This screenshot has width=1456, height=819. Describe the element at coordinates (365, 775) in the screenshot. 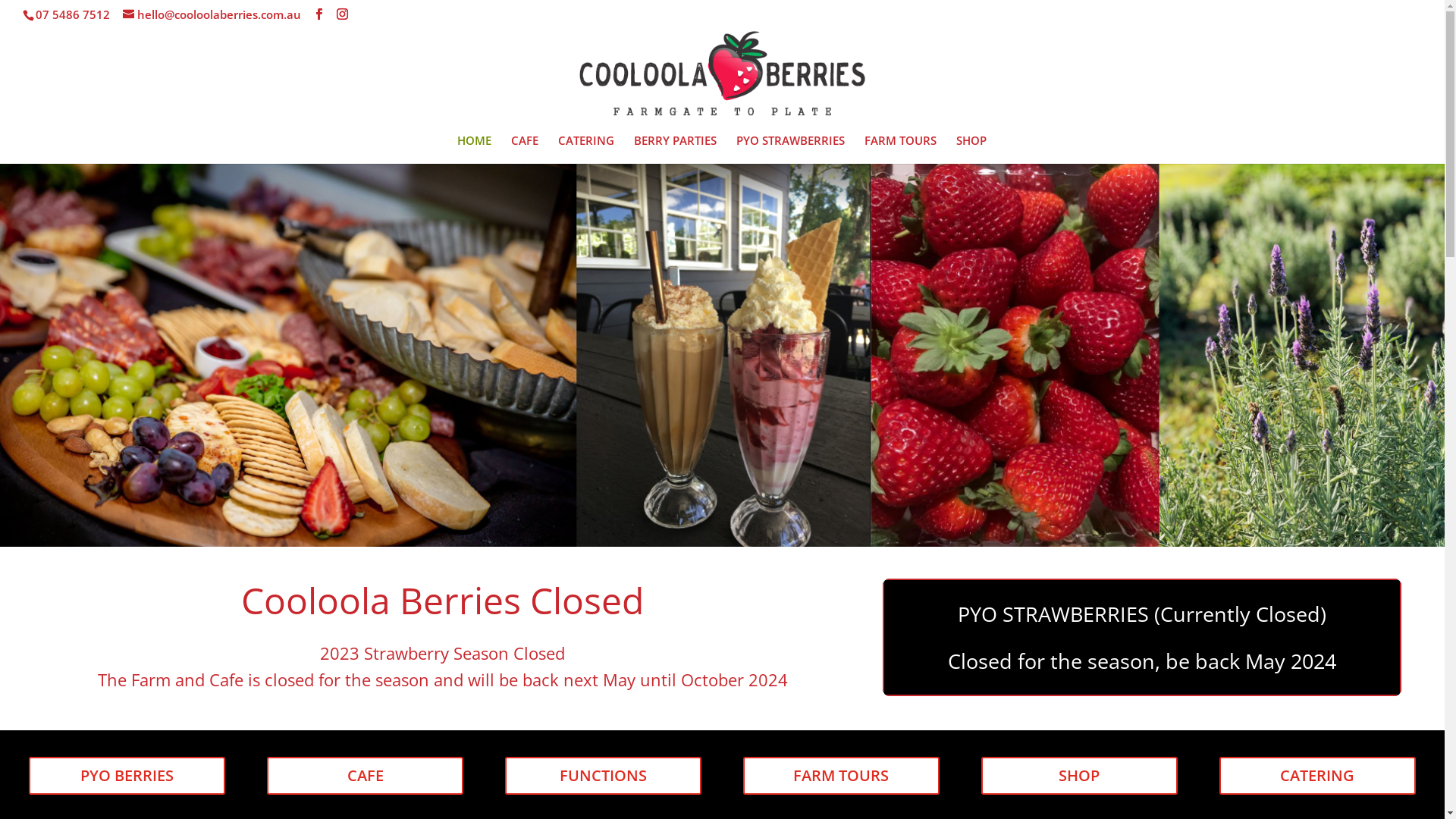

I see `'CAFE'` at that location.